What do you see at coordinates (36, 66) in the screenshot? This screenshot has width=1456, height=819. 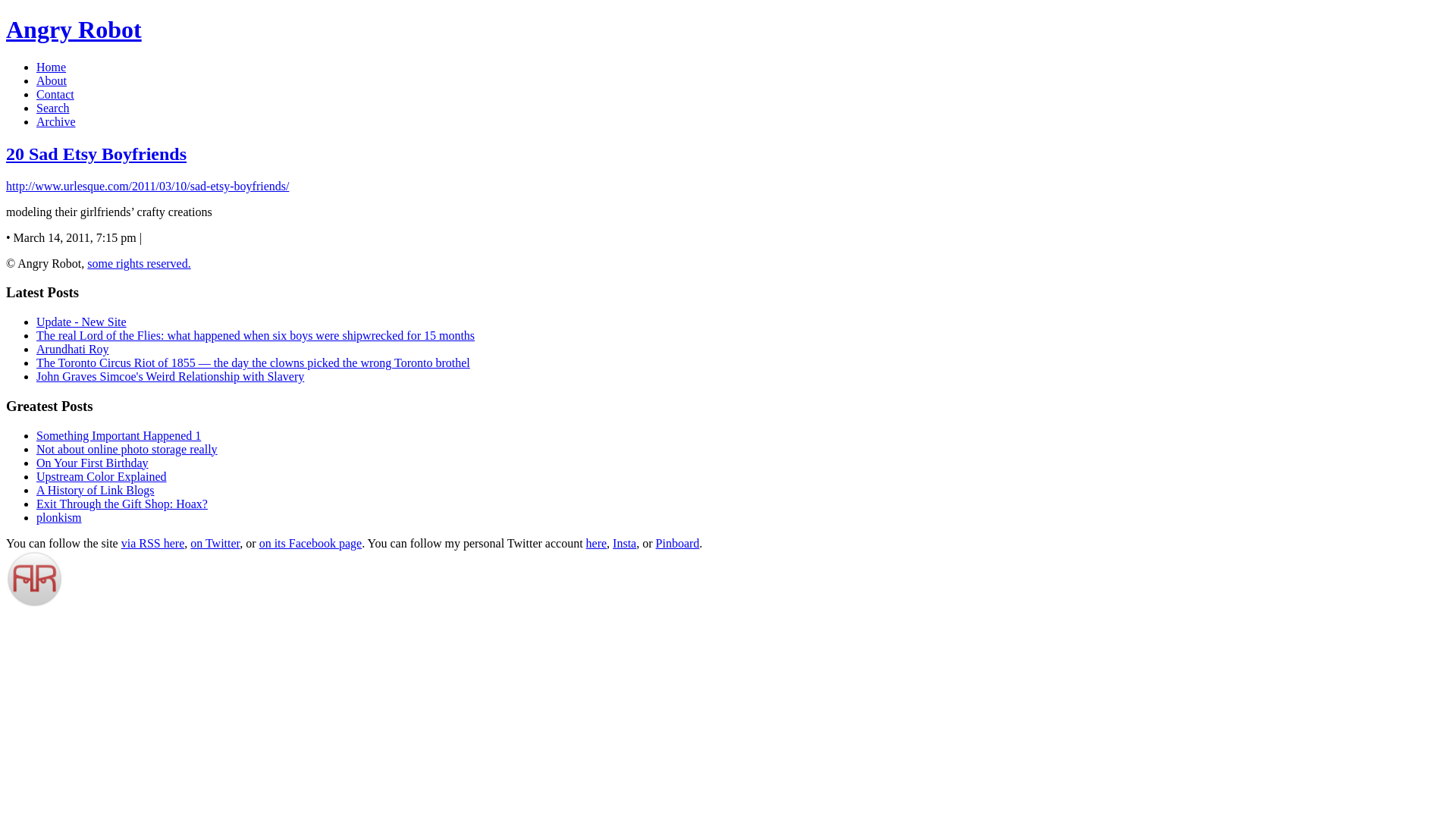 I see `'Home'` at bounding box center [36, 66].